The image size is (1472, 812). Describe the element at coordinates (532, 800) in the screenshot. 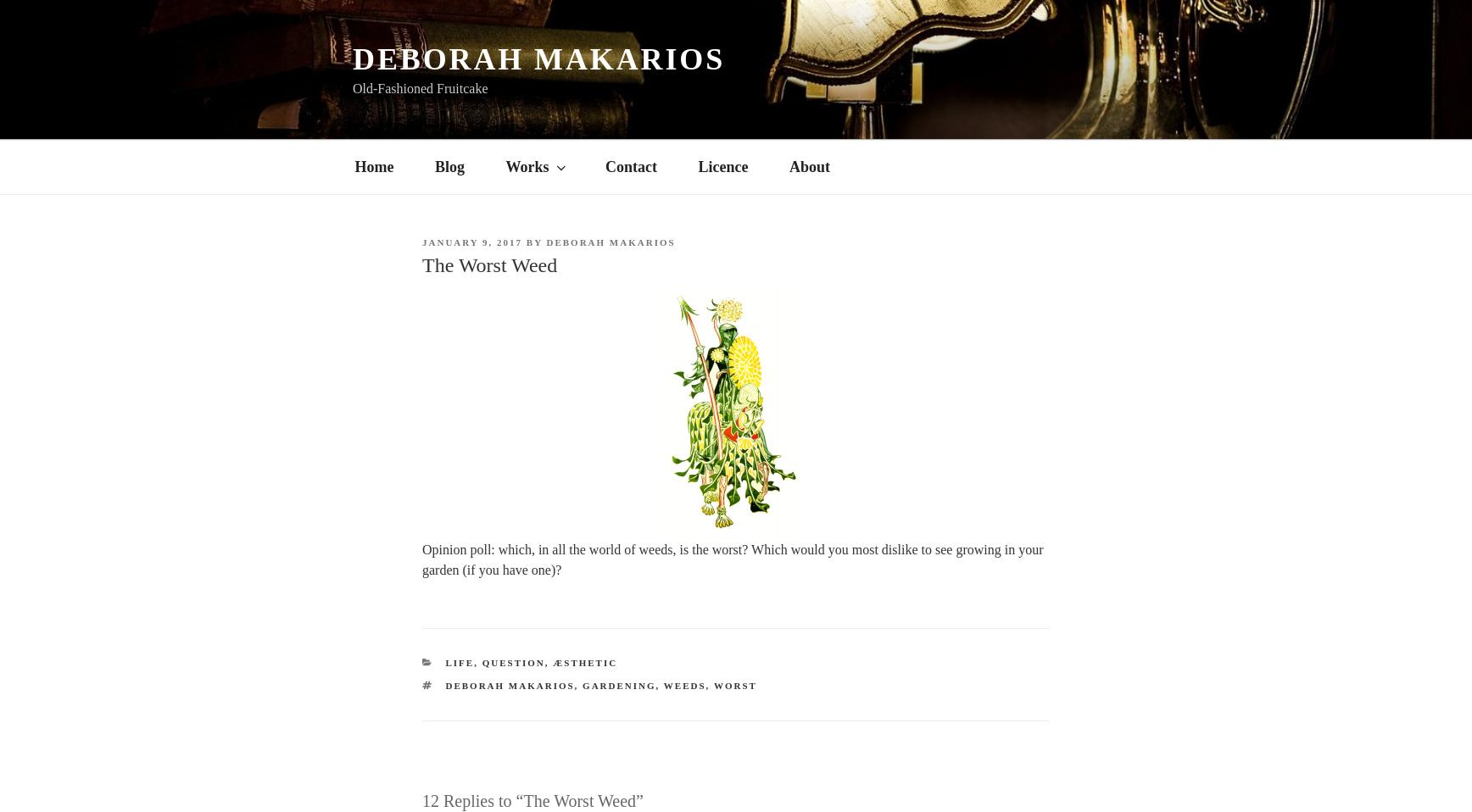

I see `'12 Replies to “The Worst Weed”'` at that location.